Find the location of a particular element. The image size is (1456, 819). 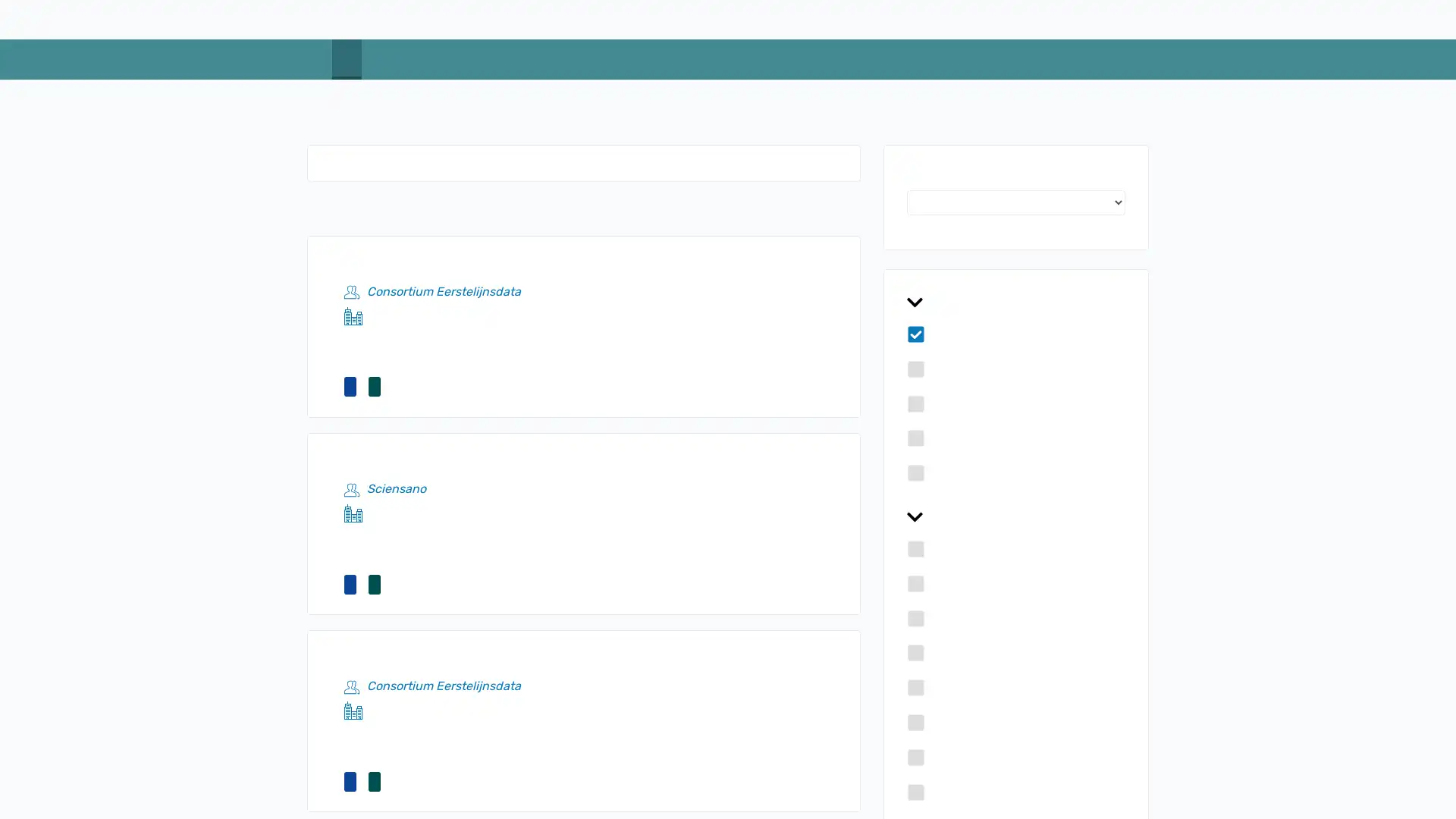

Tags is located at coordinates (1015, 517).